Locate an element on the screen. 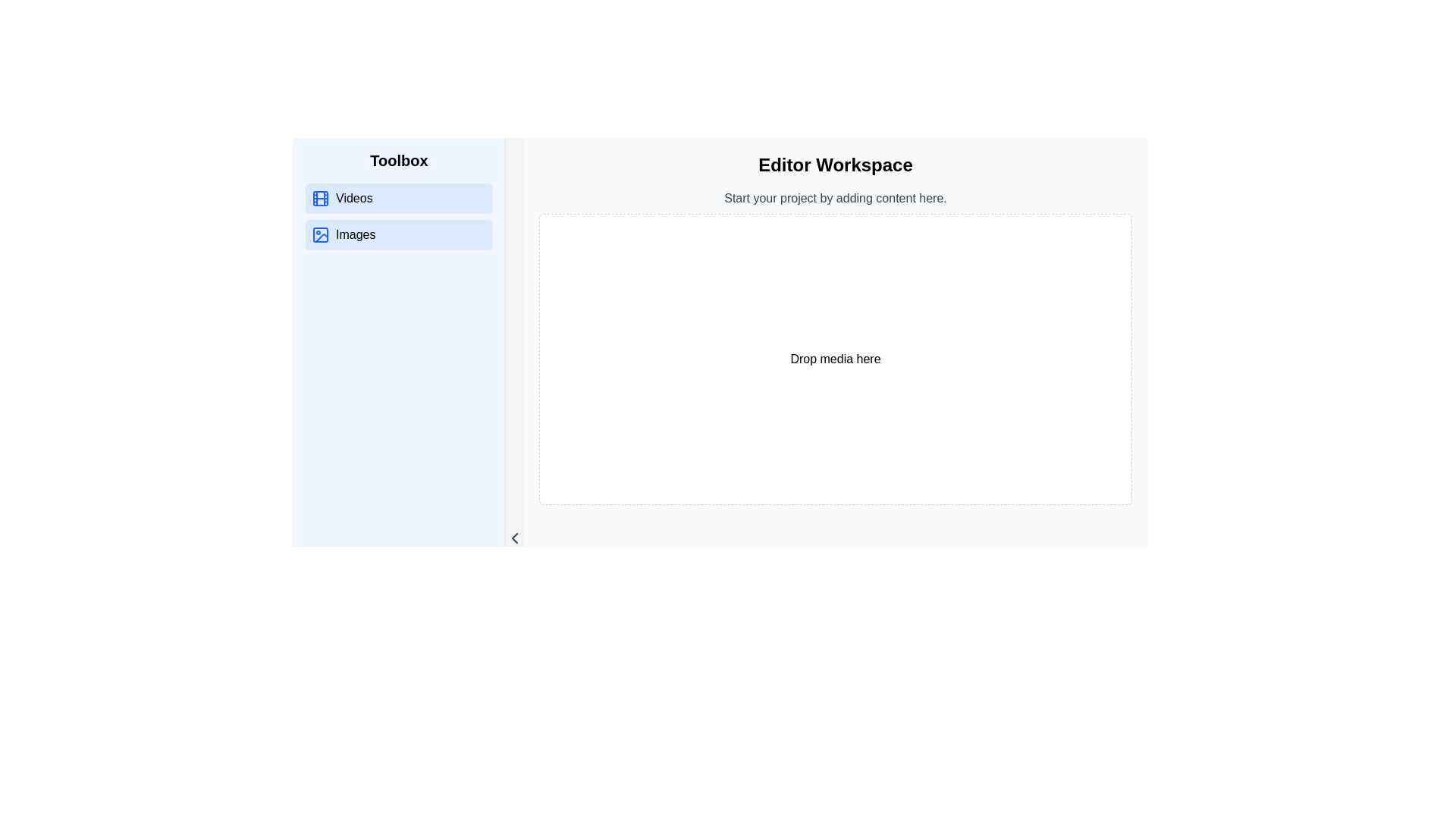 Image resolution: width=1456 pixels, height=819 pixels. the instruction text located below the header 'Editor Workspace' and above the dashed-bordered area designated by 'Drop media here' is located at coordinates (835, 198).